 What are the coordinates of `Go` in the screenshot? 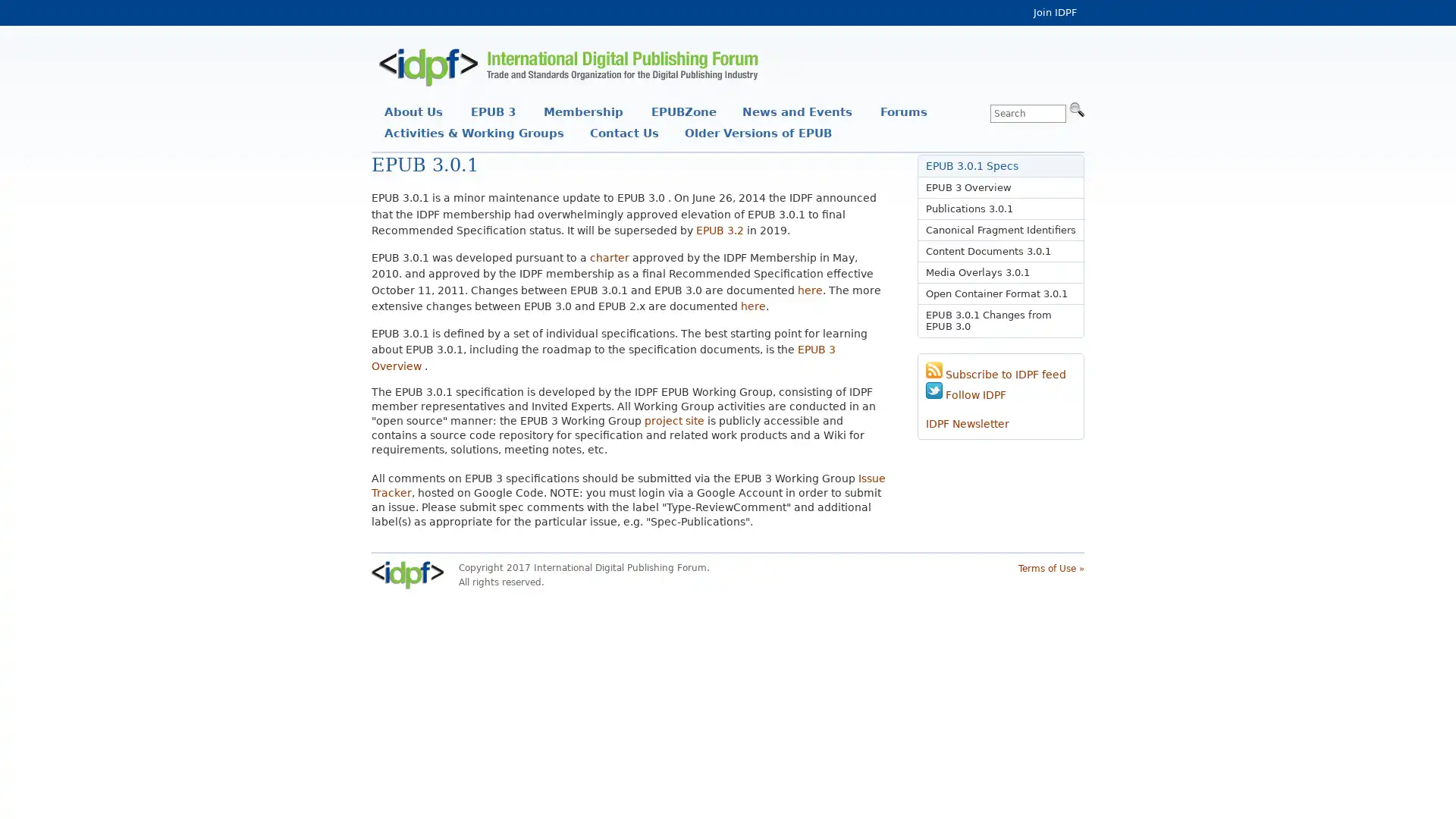 It's located at (1076, 108).